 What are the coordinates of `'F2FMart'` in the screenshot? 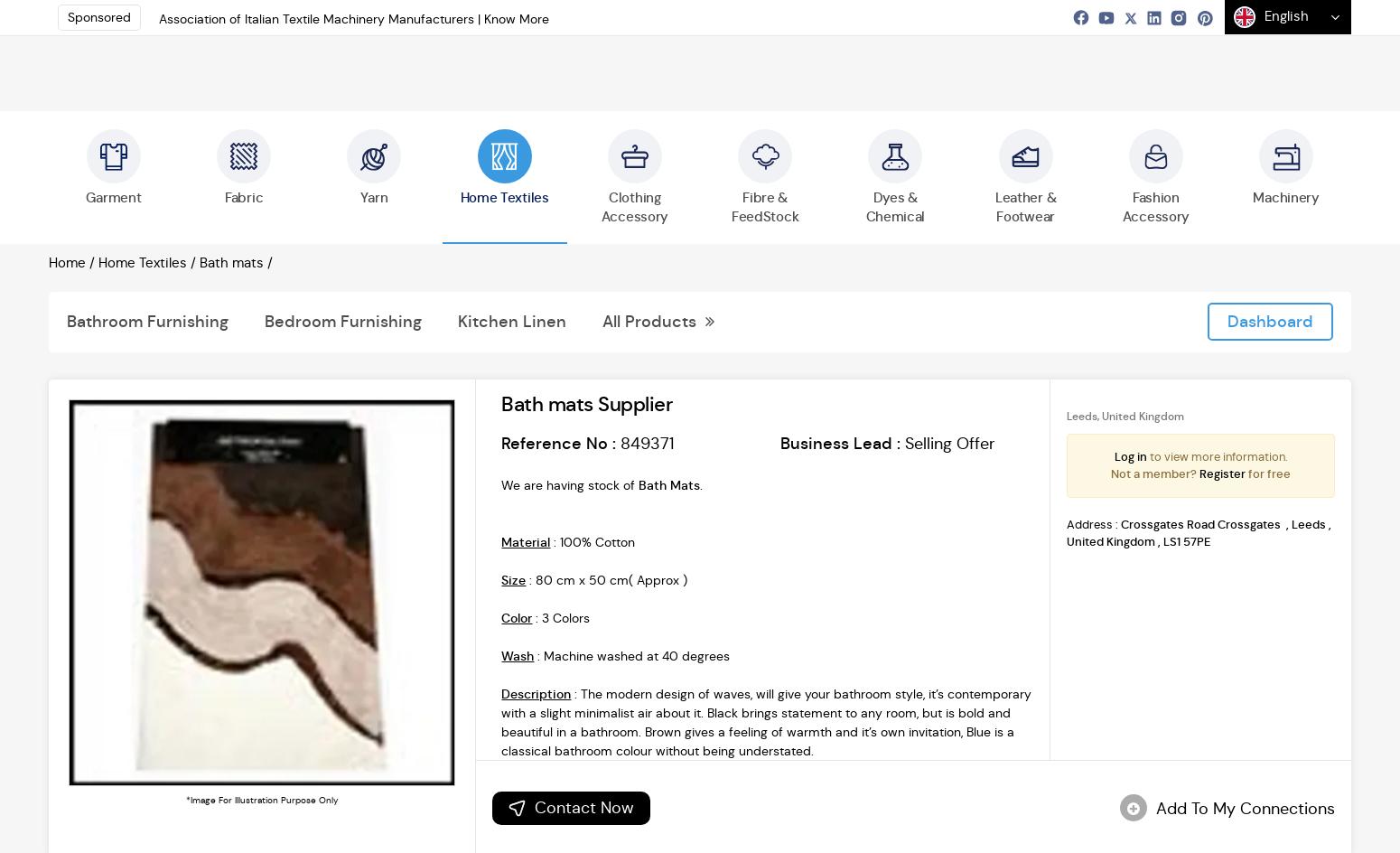 It's located at (856, 309).